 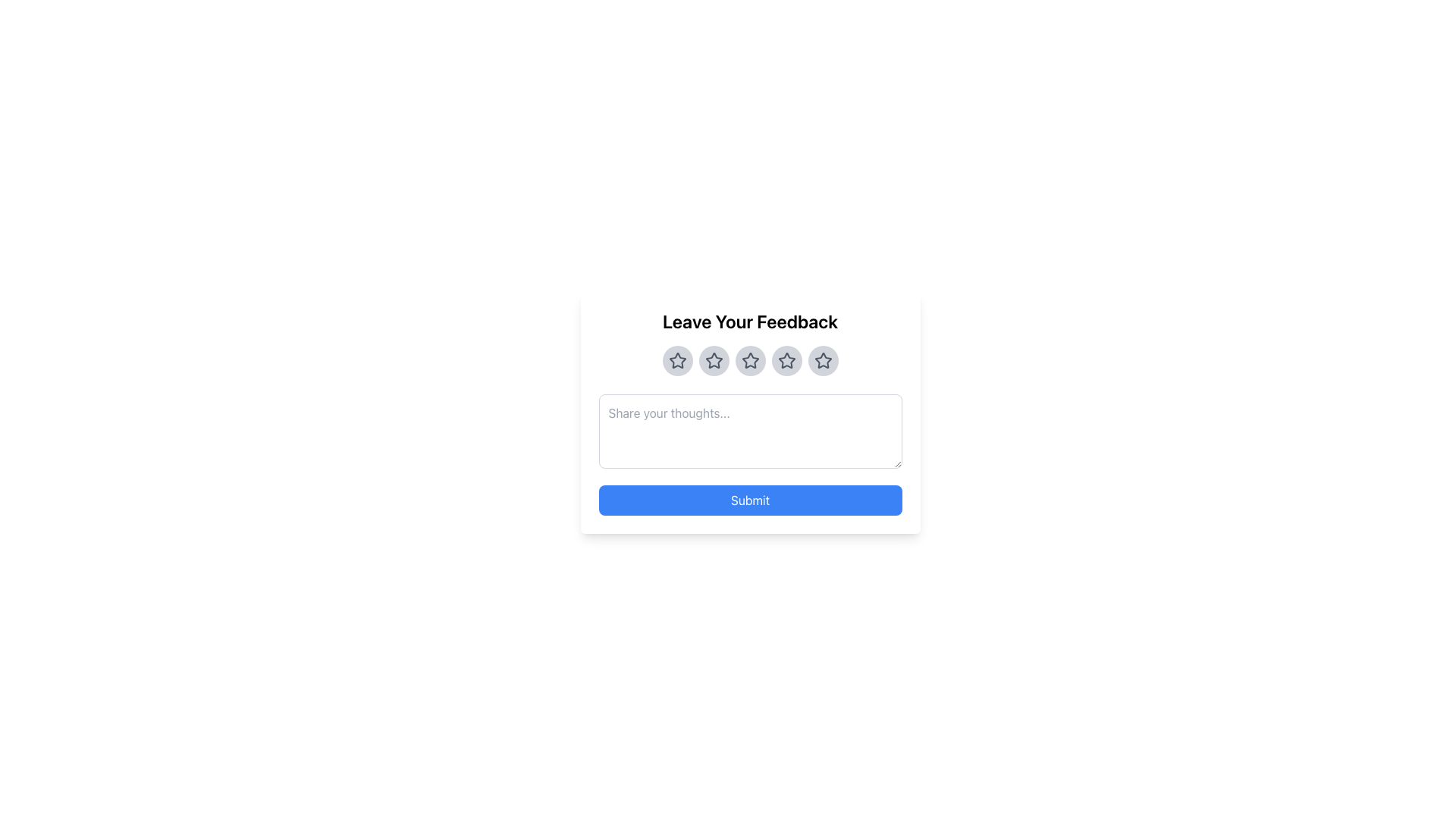 What do you see at coordinates (786, 360) in the screenshot?
I see `the fourth star button` at bounding box center [786, 360].